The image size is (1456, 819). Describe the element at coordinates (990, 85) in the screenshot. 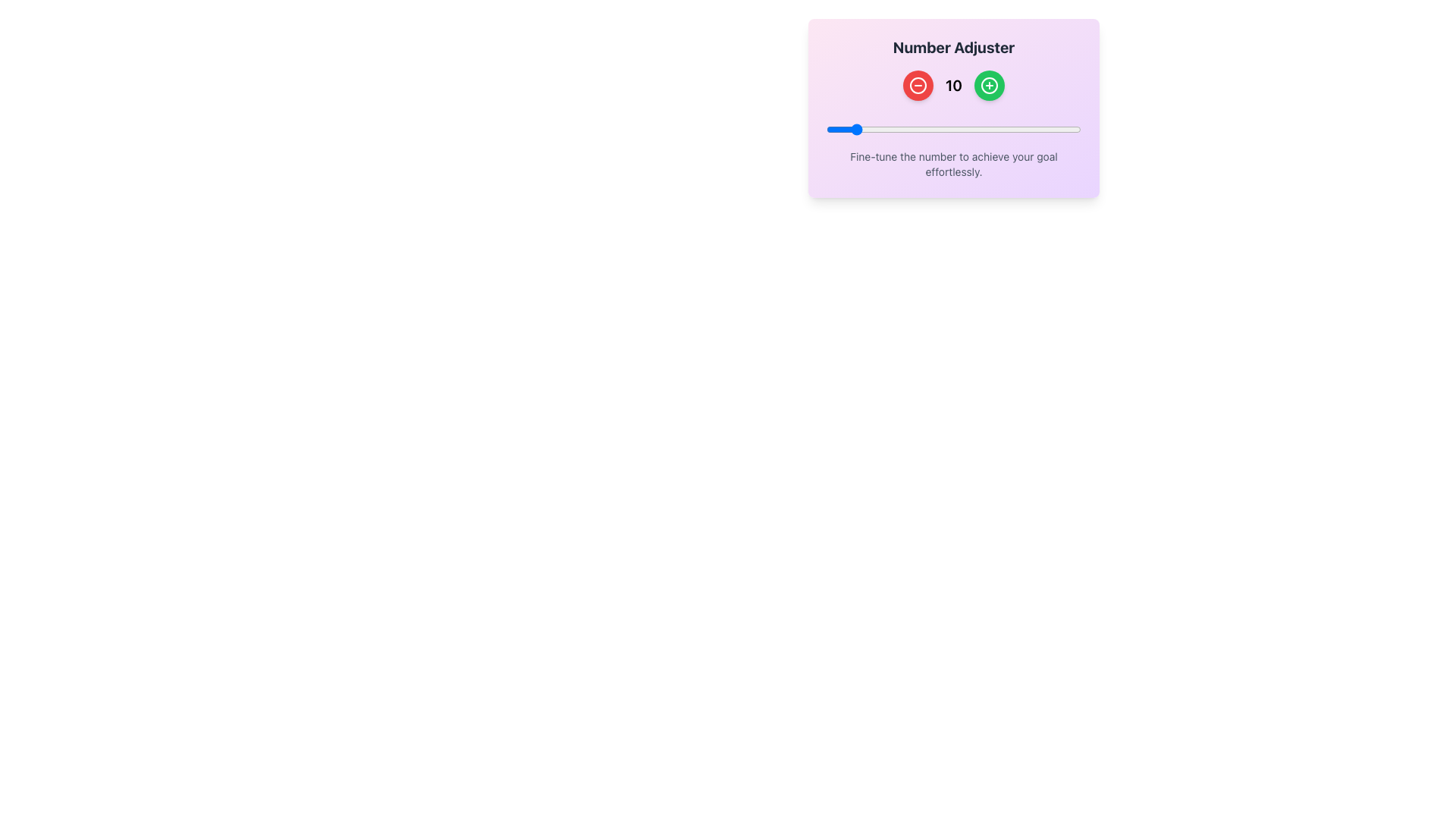

I see `the add button represented by the '+' icon, located to the right of the numeric display '10' in the 'Number Adjuster' panel` at that location.